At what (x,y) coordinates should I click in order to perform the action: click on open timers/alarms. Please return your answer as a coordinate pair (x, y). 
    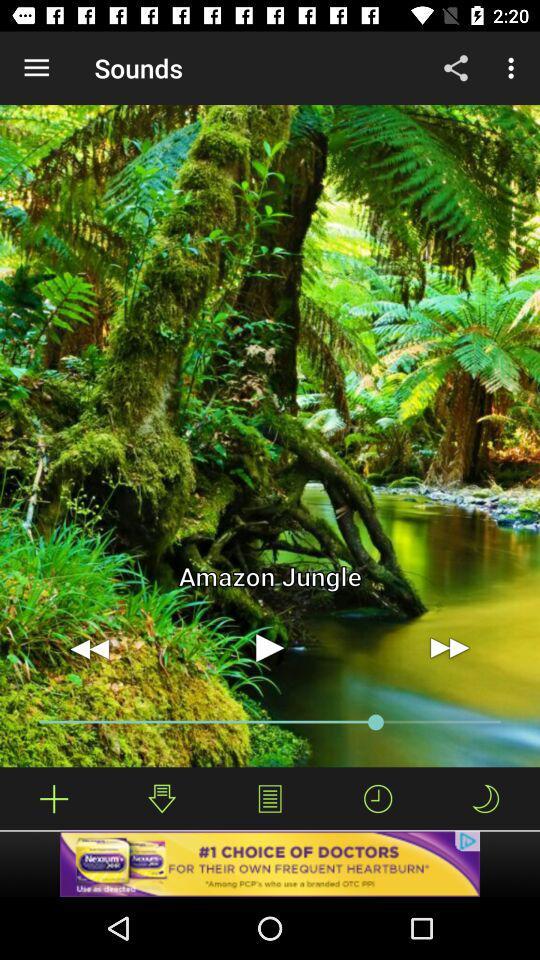
    Looking at the image, I should click on (378, 798).